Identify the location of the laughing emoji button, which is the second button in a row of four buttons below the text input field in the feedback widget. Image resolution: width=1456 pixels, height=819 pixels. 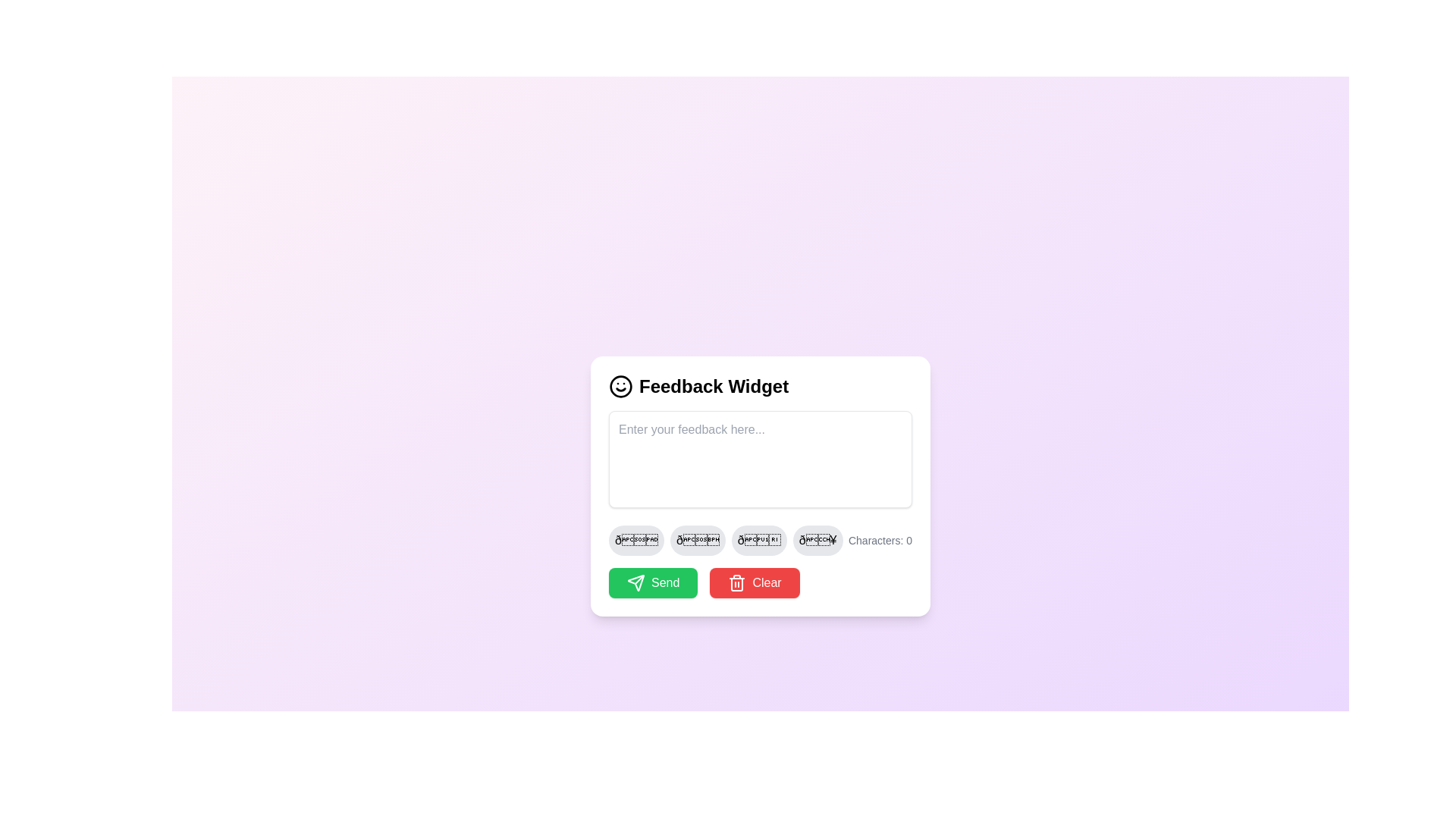
(697, 539).